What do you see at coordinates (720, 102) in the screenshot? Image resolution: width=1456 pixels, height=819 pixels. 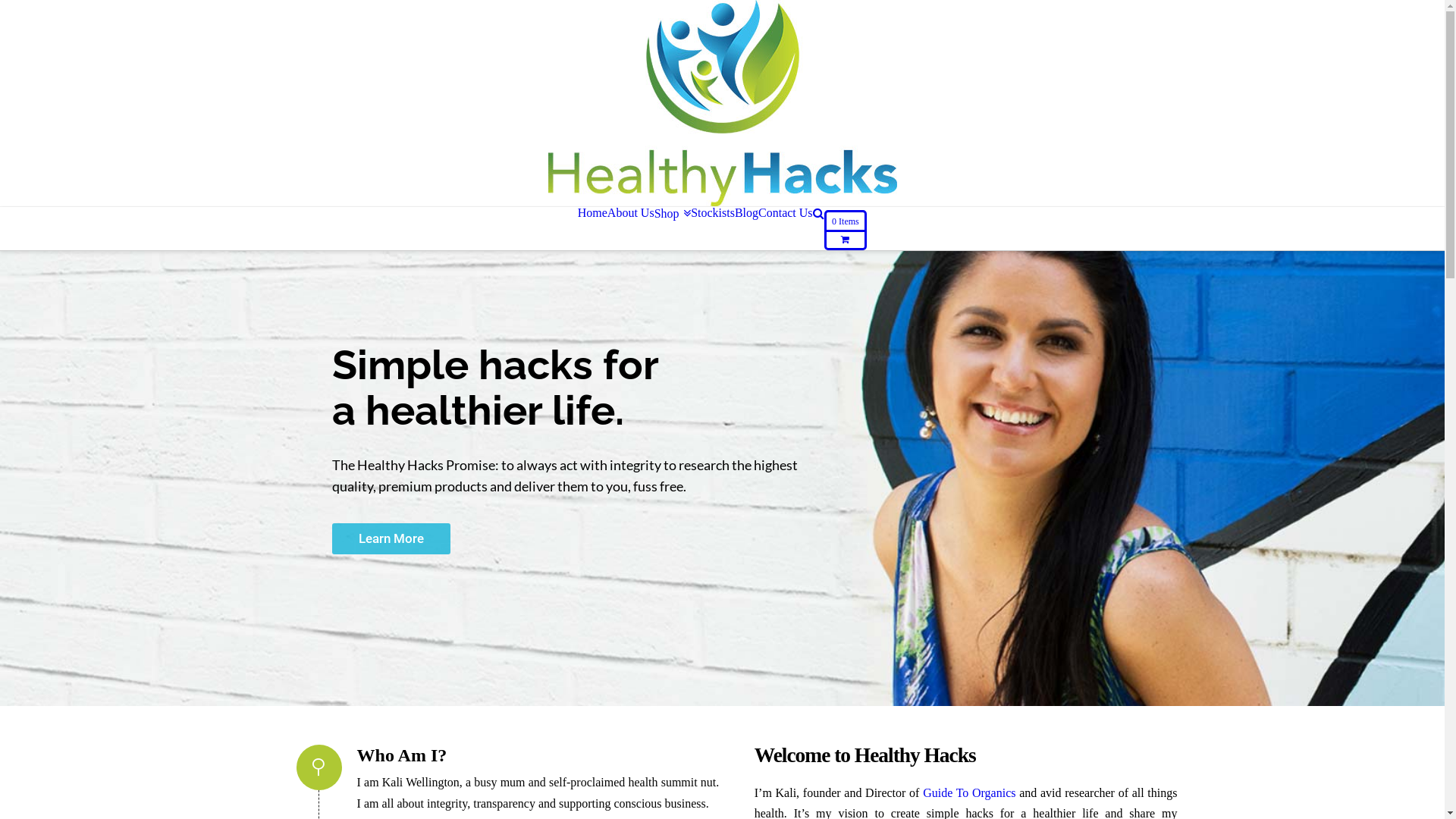 I see `'Hack Your Way To A Healthier Life'` at bounding box center [720, 102].